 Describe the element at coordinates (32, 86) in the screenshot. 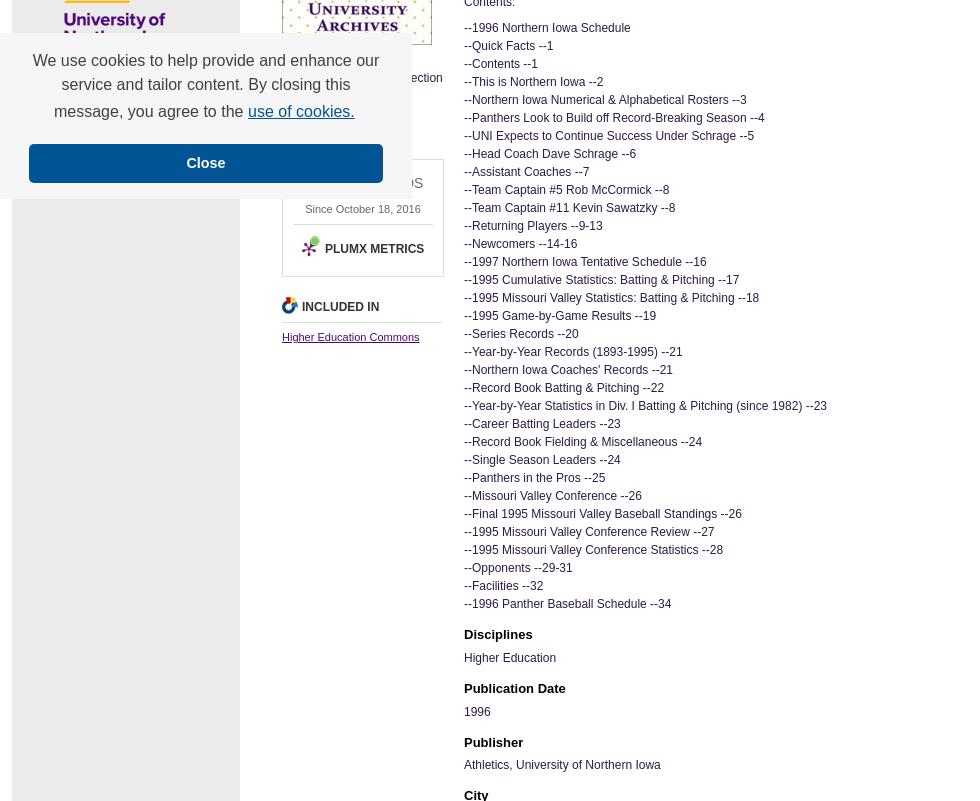

I see `'We use cookies to help provide and enhance our service and tailor content. By closing this message, you agree to the'` at that location.